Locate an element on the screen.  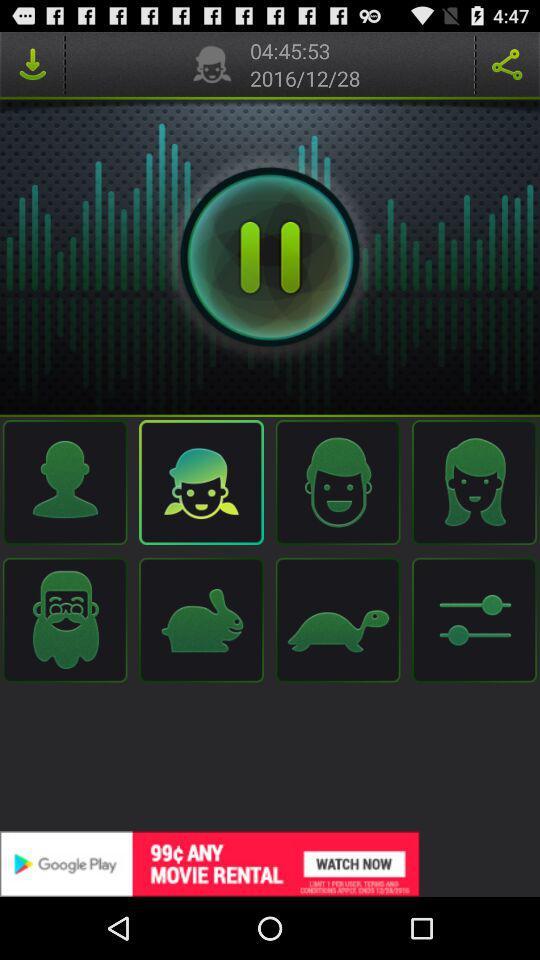
the rabbit image o the web page is located at coordinates (202, 619).